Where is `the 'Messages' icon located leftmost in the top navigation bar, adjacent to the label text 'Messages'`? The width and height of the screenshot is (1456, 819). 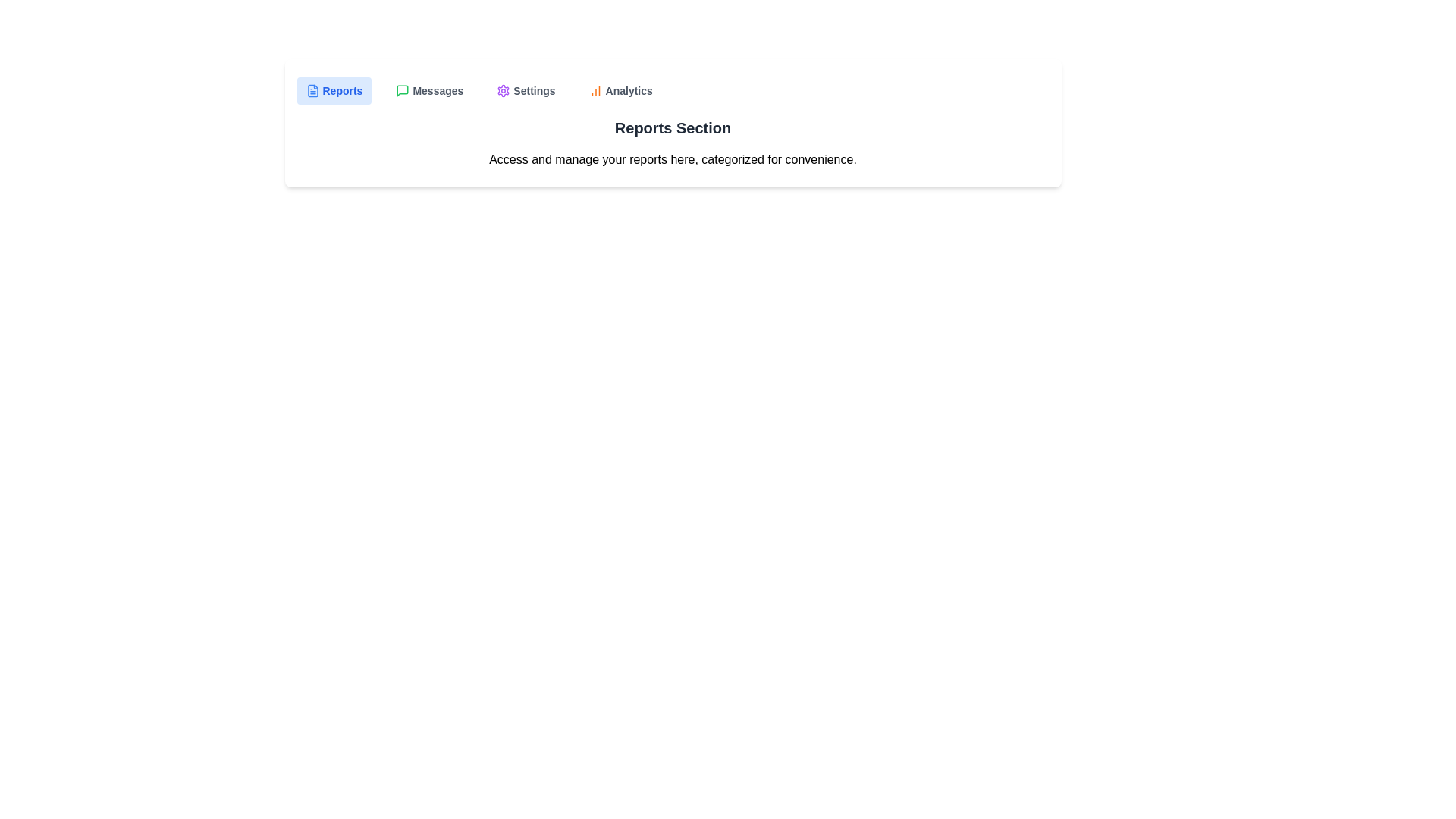
the 'Messages' icon located leftmost in the top navigation bar, adjacent to the label text 'Messages' is located at coordinates (403, 90).